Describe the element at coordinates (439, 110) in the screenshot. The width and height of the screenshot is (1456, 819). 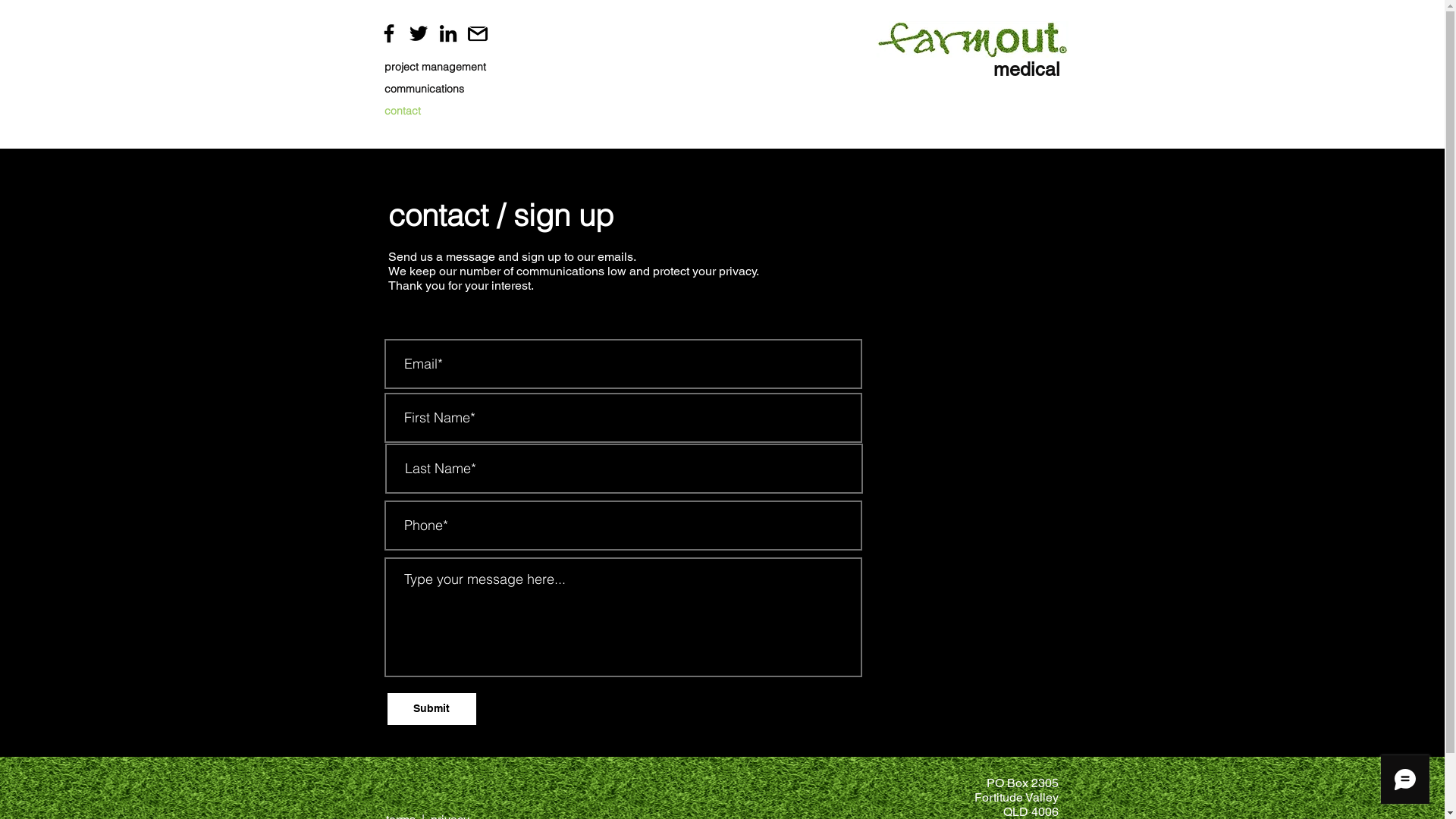
I see `'contact'` at that location.